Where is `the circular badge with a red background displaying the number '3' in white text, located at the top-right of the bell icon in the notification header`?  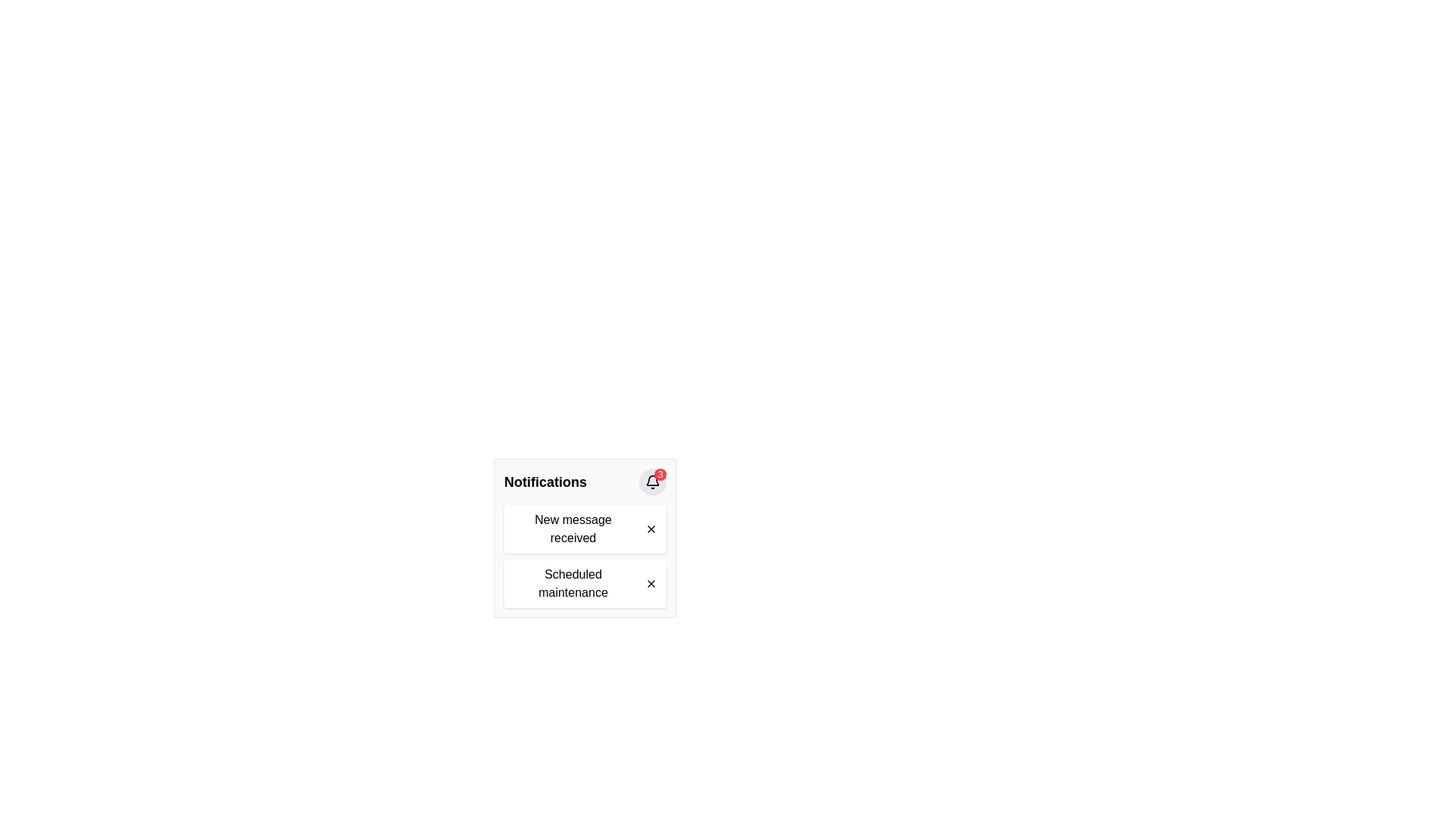
the circular badge with a red background displaying the number '3' in white text, located at the top-right of the bell icon in the notification header is located at coordinates (652, 482).